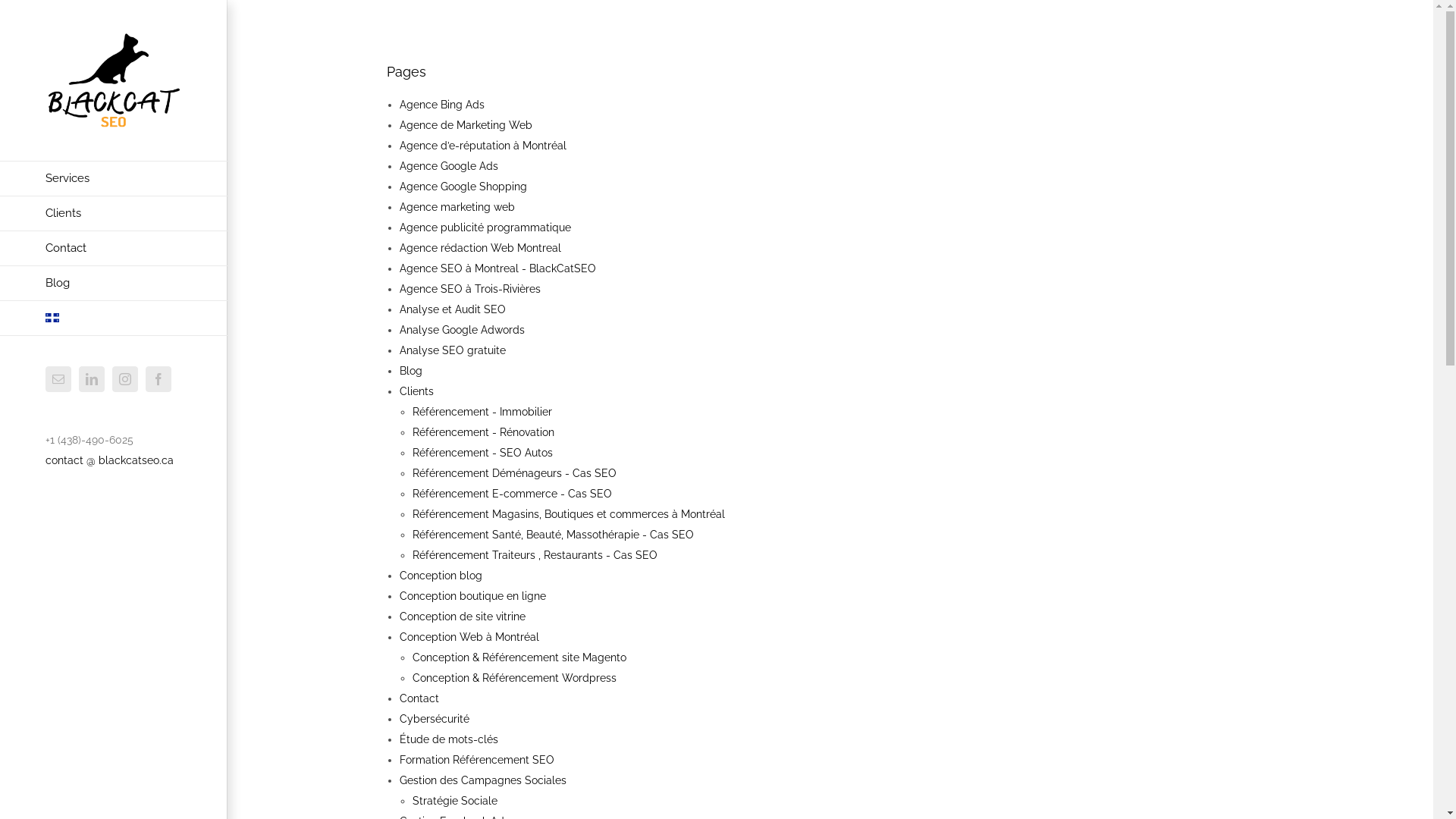 This screenshot has width=1456, height=819. What do you see at coordinates (416, 391) in the screenshot?
I see `'Clients'` at bounding box center [416, 391].